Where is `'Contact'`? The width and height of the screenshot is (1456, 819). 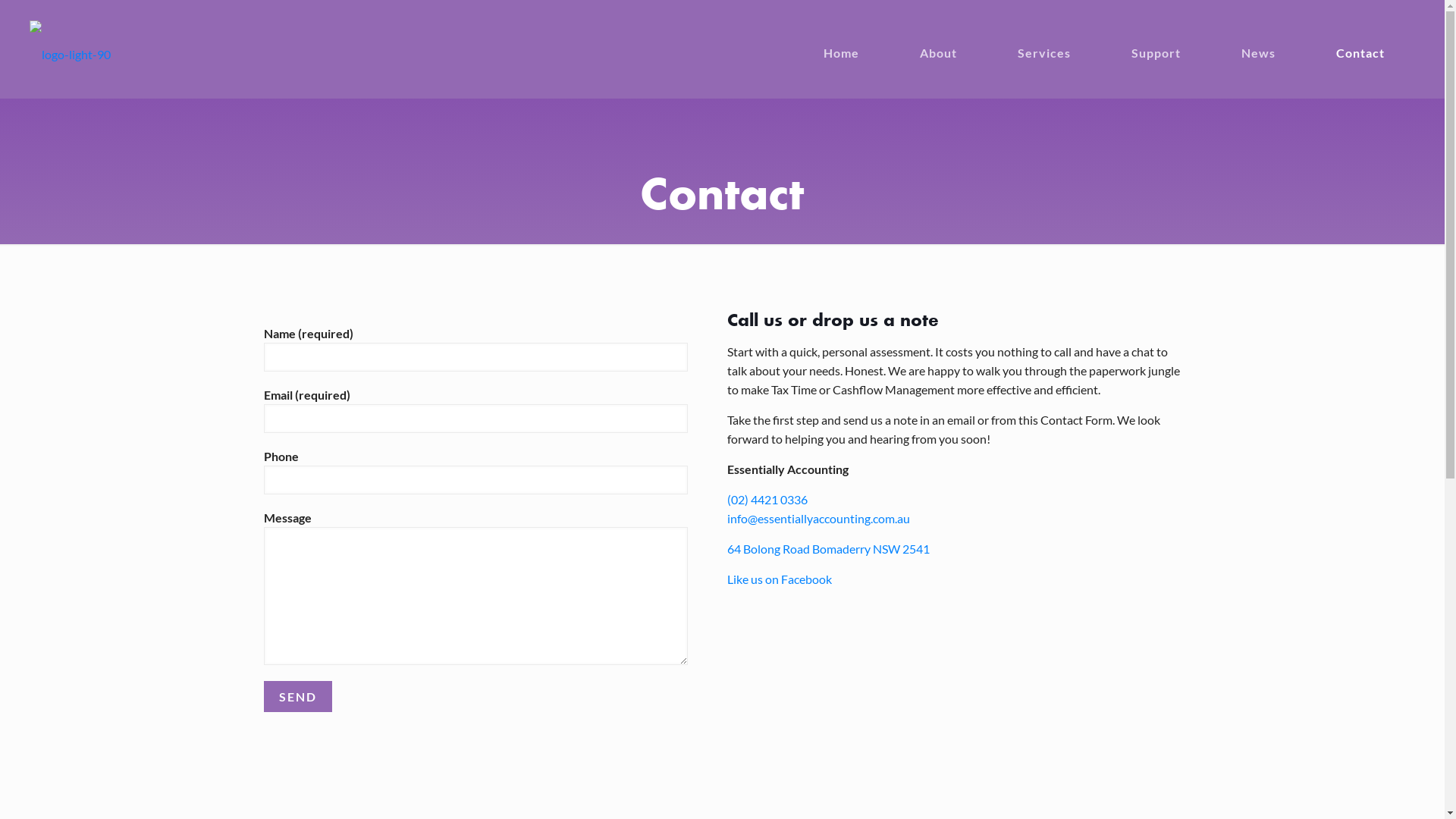 'Contact' is located at coordinates (1376, 40).